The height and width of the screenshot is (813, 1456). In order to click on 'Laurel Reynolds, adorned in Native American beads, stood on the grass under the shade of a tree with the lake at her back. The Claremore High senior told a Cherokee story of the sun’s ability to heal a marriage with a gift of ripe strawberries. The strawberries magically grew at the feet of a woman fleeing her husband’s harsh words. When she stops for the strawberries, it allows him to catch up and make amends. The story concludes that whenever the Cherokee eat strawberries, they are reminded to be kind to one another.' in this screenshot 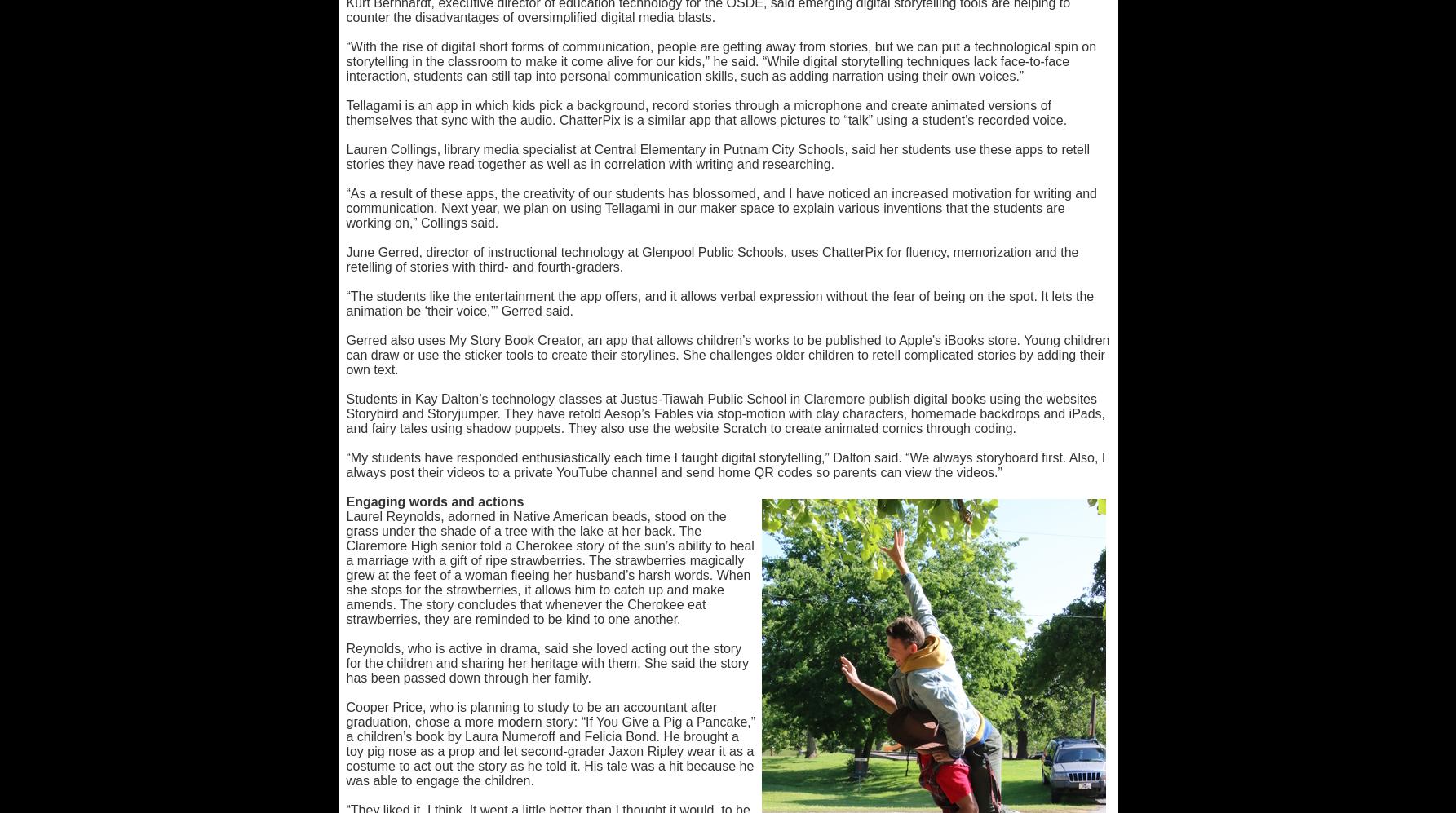, I will do `click(549, 567)`.